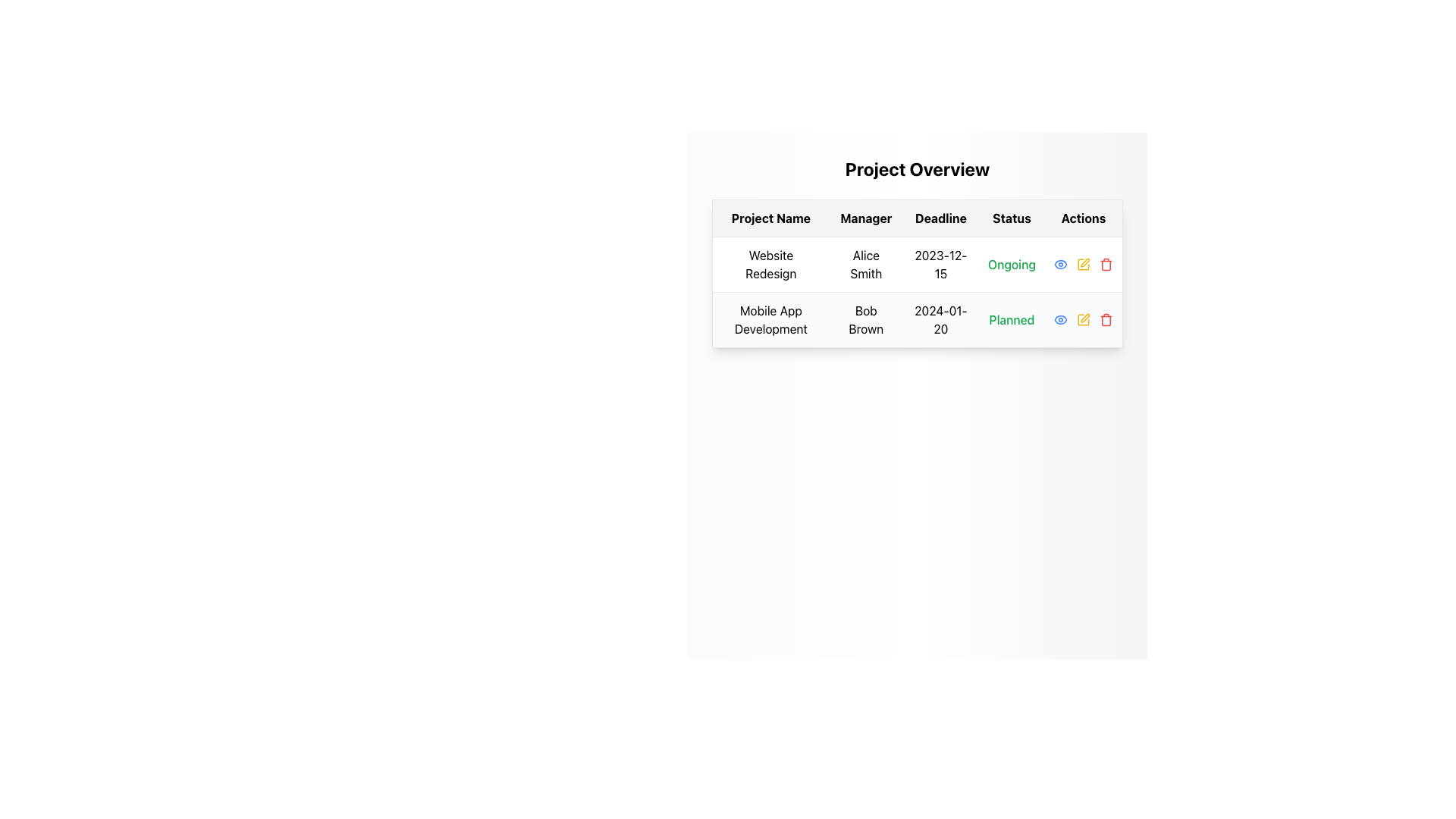 This screenshot has width=1456, height=819. What do you see at coordinates (1012, 318) in the screenshot?
I see `the 'Planned' text label in the 'Status' column of the second row, which corresponds to the 'Mobile App Development' project` at bounding box center [1012, 318].